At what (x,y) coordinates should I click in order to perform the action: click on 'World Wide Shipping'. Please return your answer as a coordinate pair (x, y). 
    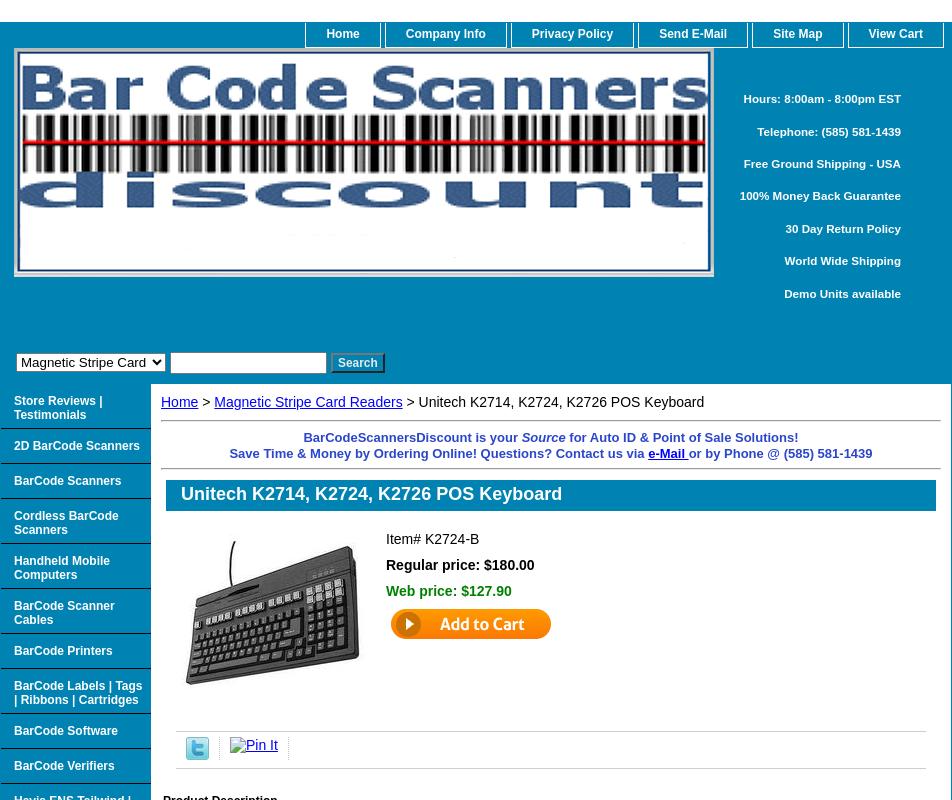
    Looking at the image, I should click on (842, 259).